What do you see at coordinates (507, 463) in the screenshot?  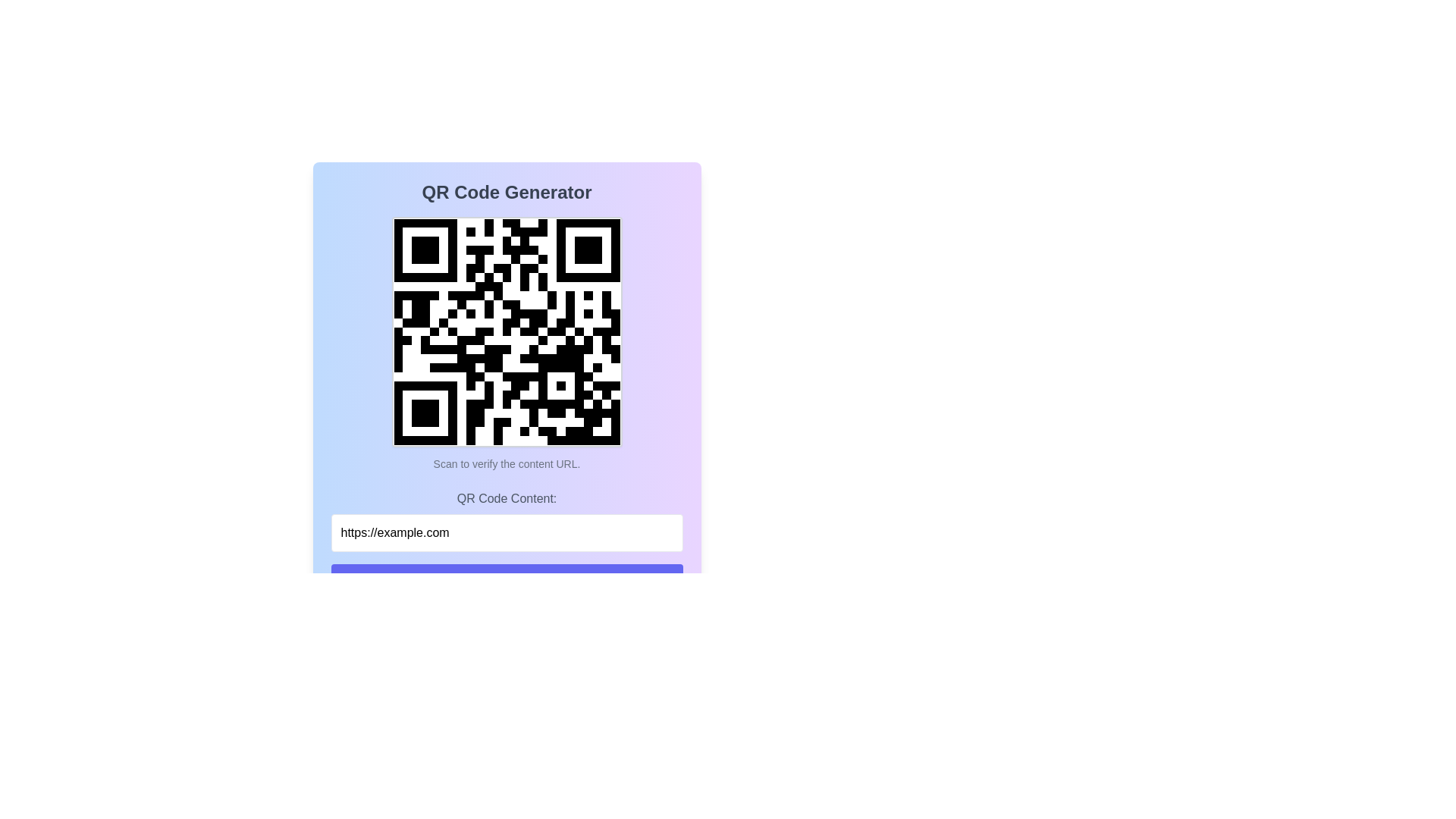 I see `the static text label that describes the purpose of the QR code for content URL verification, positioned directly below the QR code` at bounding box center [507, 463].